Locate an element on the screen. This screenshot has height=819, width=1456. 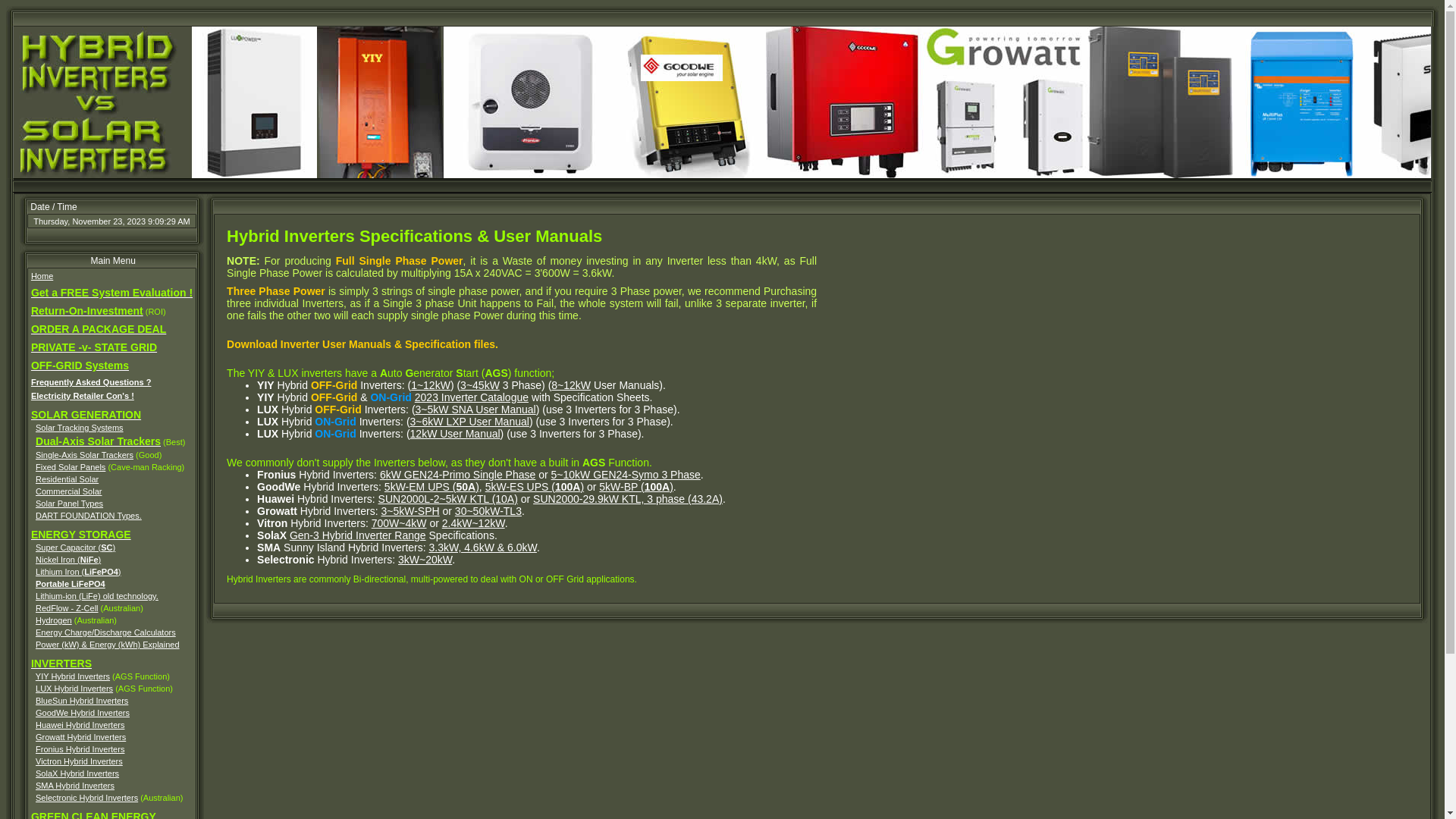
'Frequently Asked Questions ?' is located at coordinates (90, 381).